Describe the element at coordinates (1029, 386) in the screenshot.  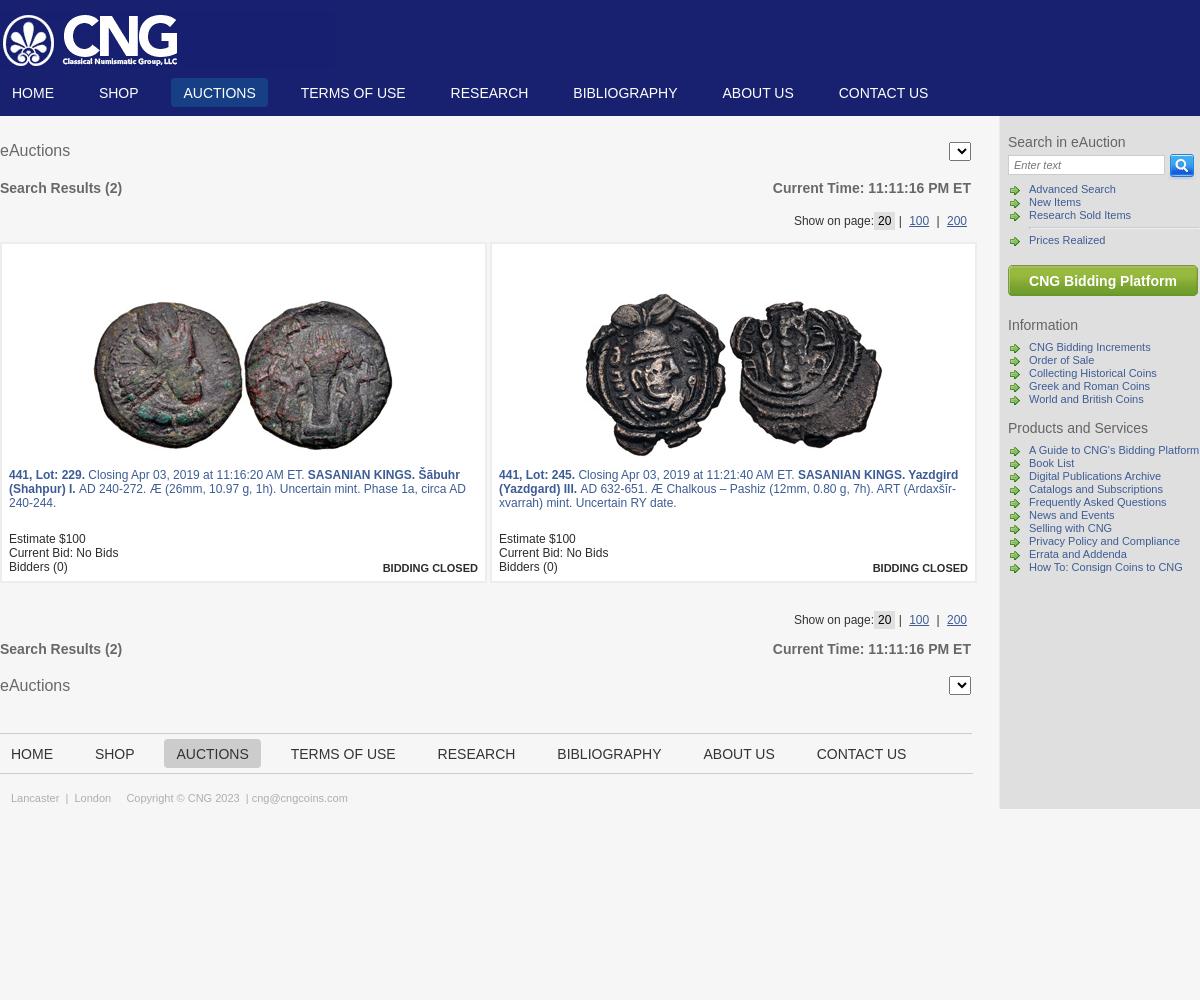
I see `'Greek and Roman Coins'` at that location.